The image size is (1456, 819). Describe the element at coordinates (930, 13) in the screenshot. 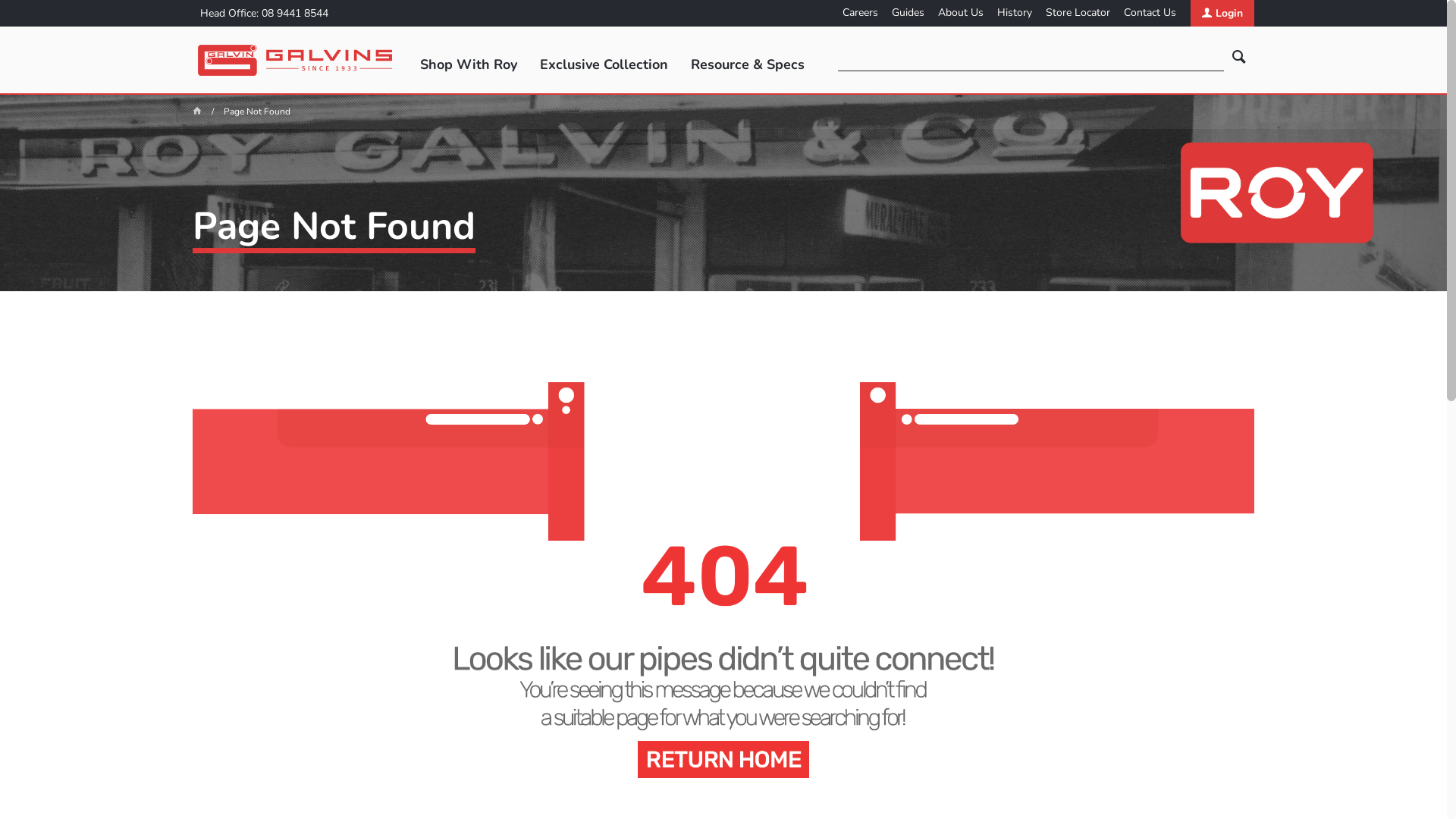

I see `'About Us'` at that location.